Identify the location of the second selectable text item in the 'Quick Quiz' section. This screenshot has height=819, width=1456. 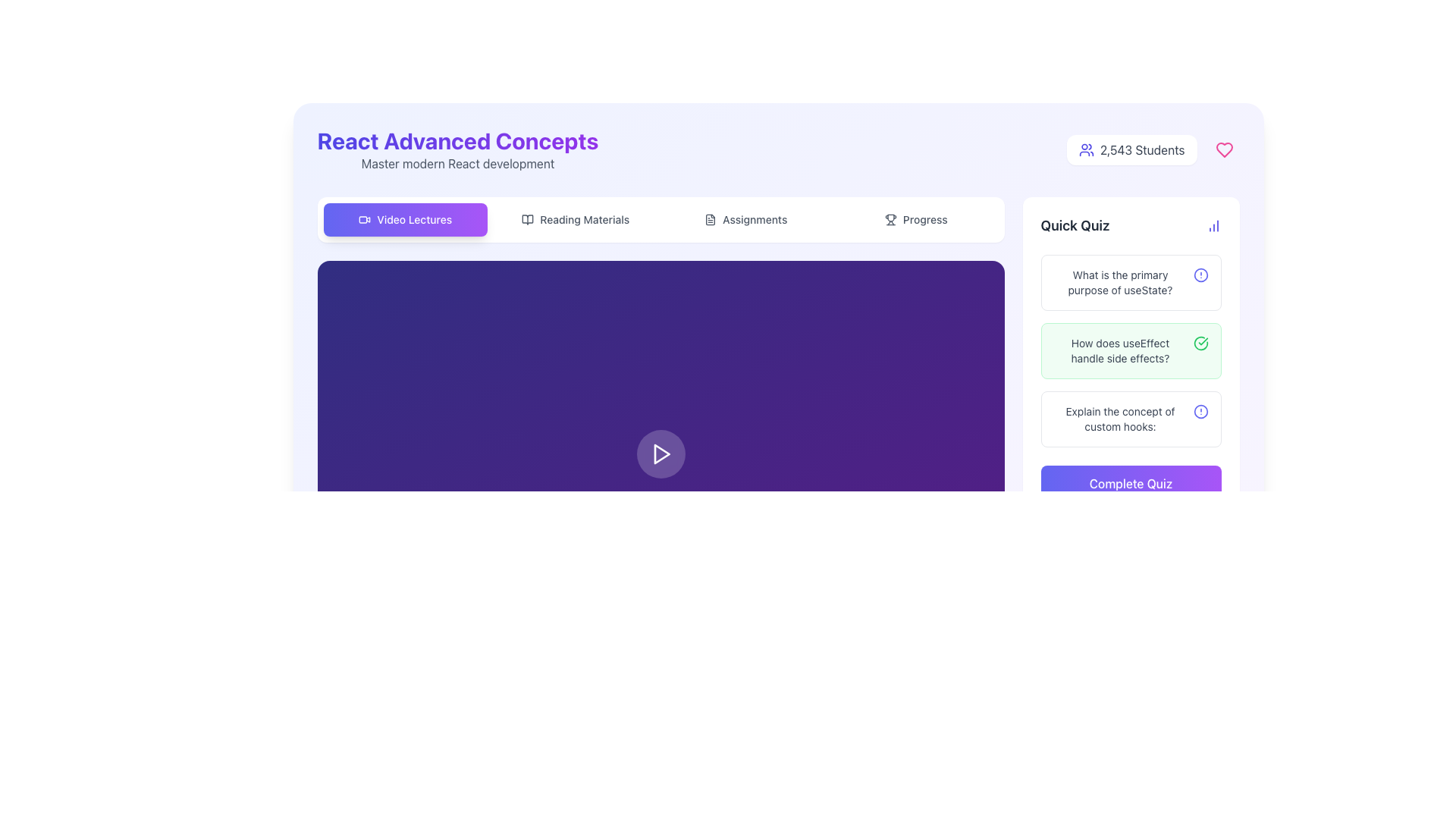
(1131, 350).